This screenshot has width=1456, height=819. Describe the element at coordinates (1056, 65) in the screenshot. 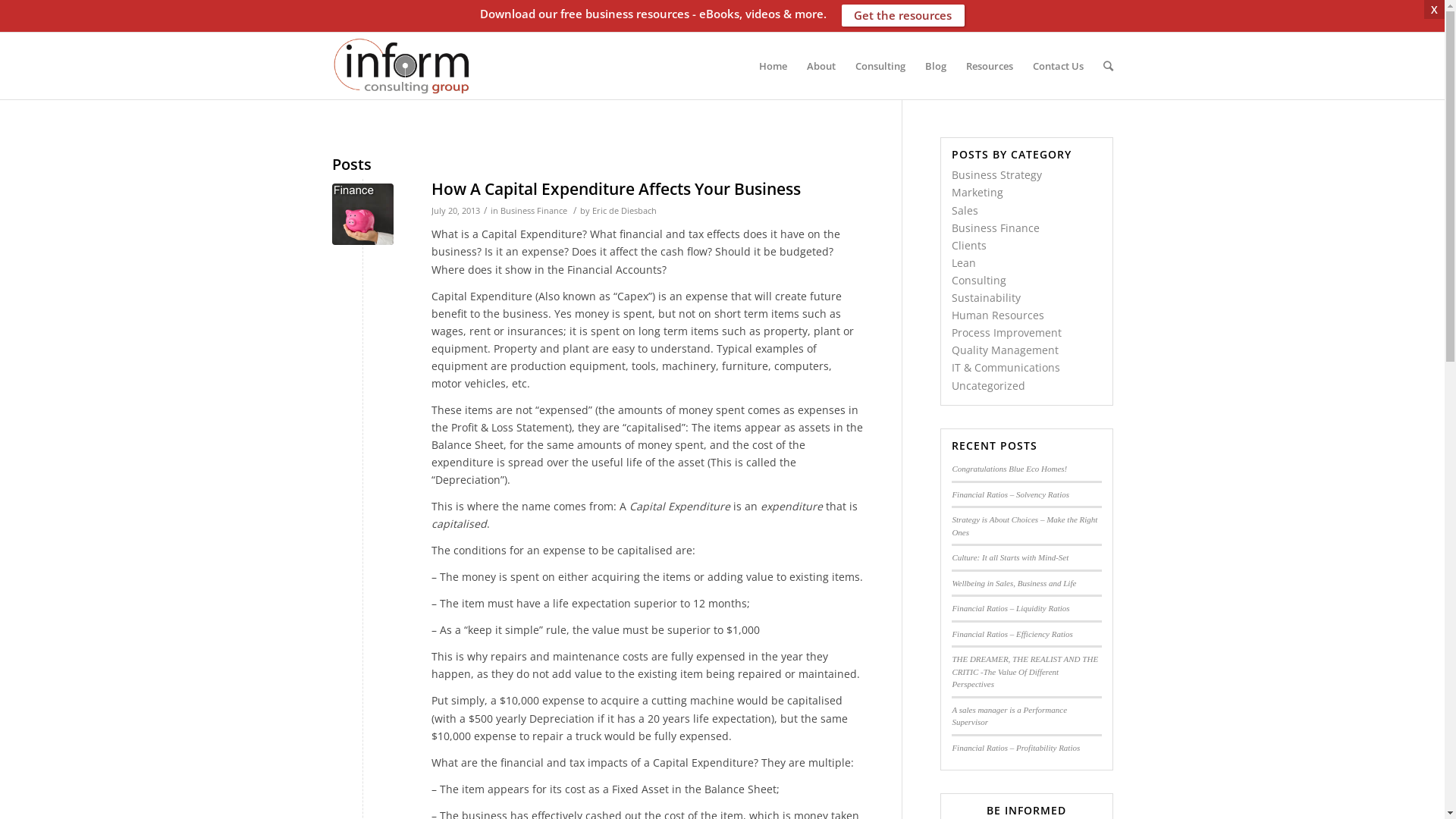

I see `'Contact Us'` at that location.